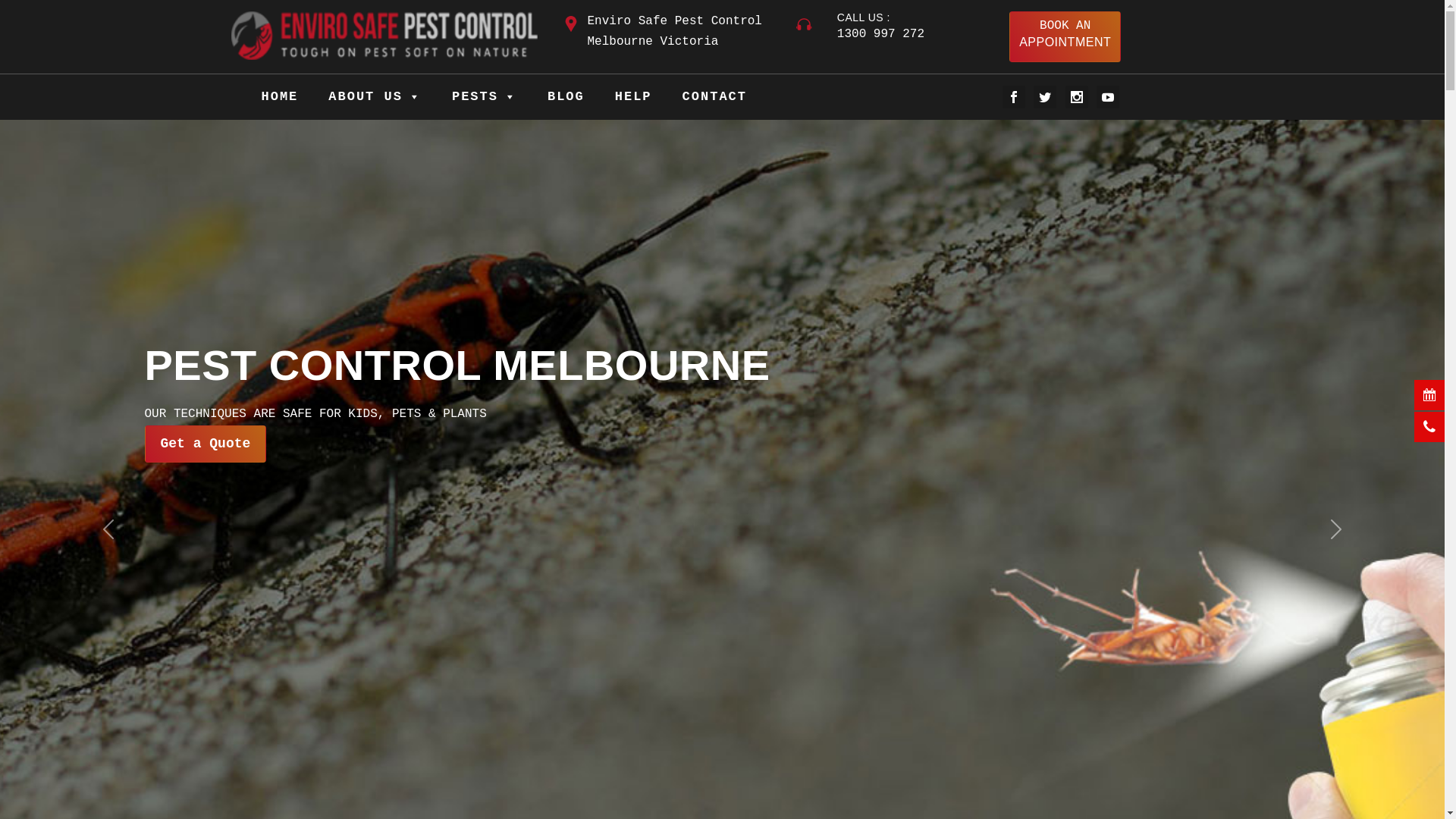 The image size is (1456, 819). What do you see at coordinates (436, 96) in the screenshot?
I see `'PESTS'` at bounding box center [436, 96].